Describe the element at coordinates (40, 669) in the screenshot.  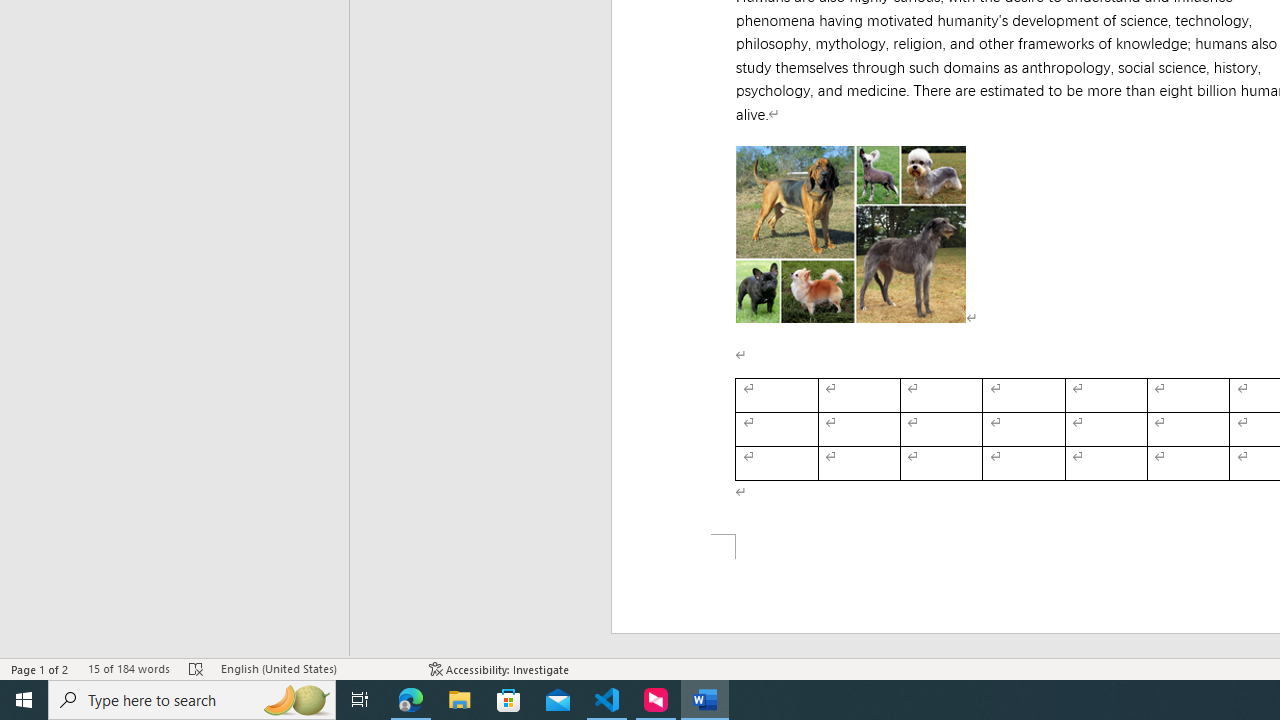
I see `'Page Number Page 1 of 2'` at that location.